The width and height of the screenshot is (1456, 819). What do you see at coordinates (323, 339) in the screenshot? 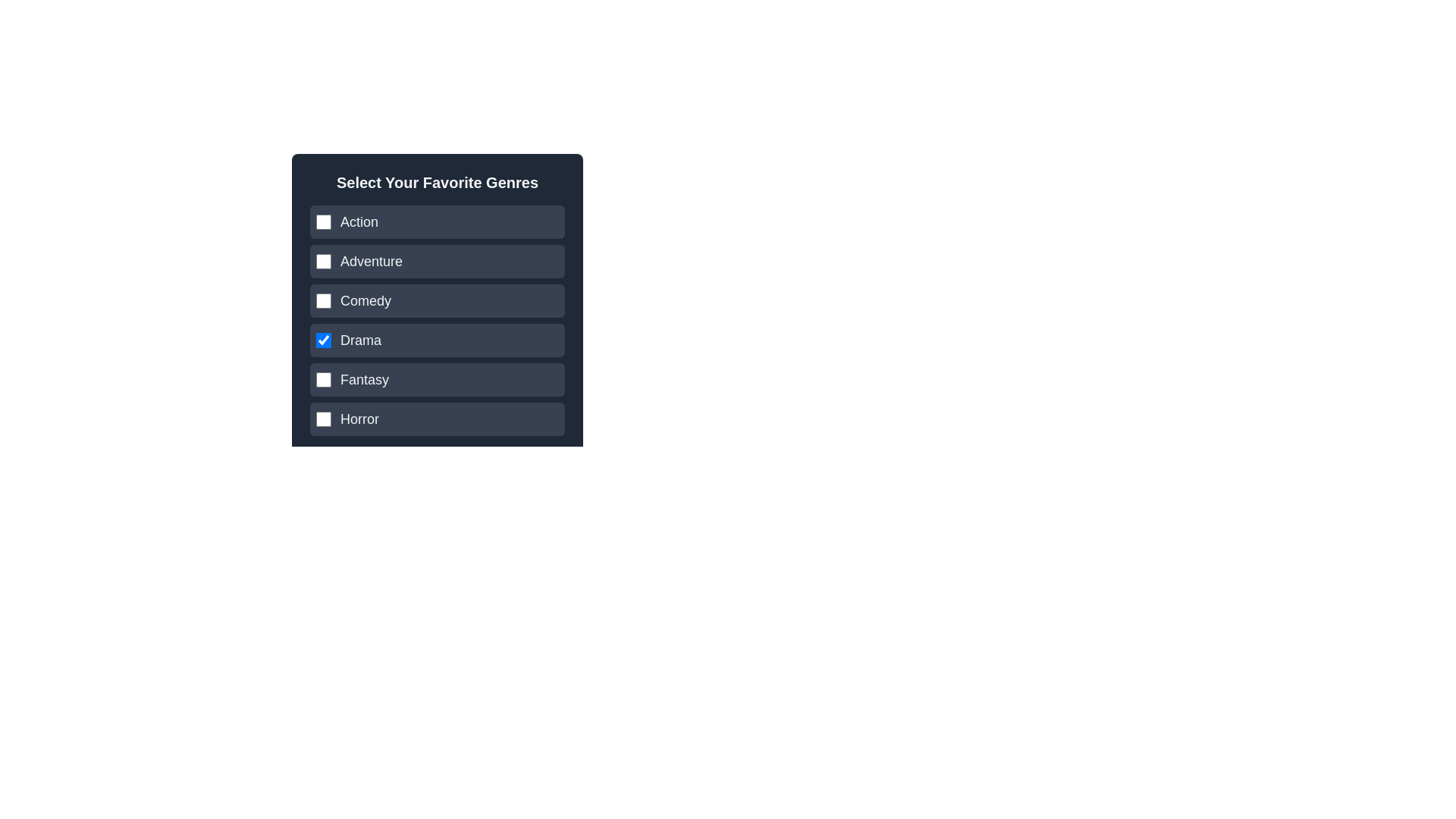
I see `the selected checkbox with a blue checkmark inside, located to the left of the 'Drama' label in the fourth item of the genre-selectable list` at bounding box center [323, 339].